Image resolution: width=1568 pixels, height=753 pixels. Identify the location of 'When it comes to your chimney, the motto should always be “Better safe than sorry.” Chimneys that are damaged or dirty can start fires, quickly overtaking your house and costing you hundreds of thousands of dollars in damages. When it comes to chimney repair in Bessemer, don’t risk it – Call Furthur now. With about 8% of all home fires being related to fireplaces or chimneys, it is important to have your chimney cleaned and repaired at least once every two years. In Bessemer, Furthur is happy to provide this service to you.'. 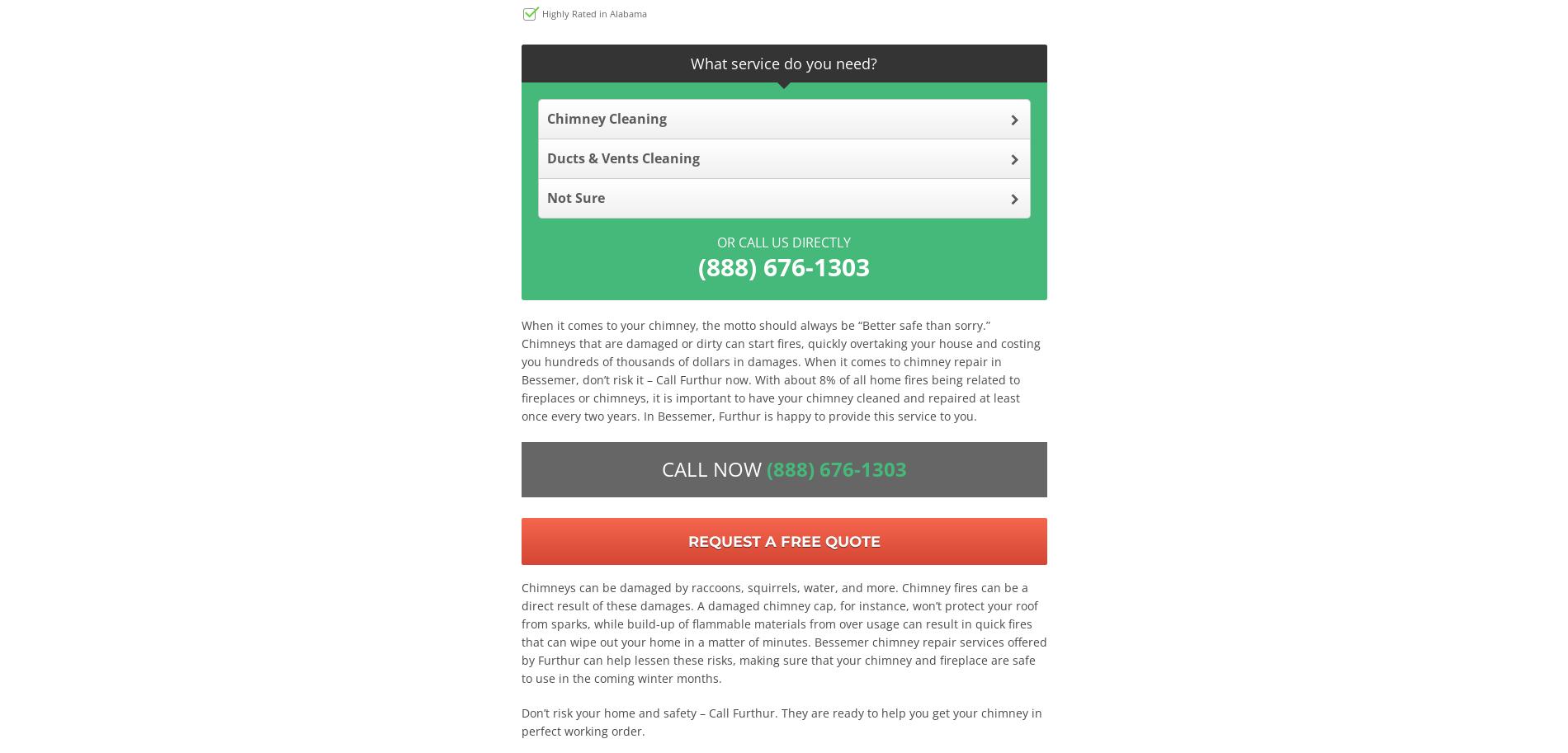
(779, 369).